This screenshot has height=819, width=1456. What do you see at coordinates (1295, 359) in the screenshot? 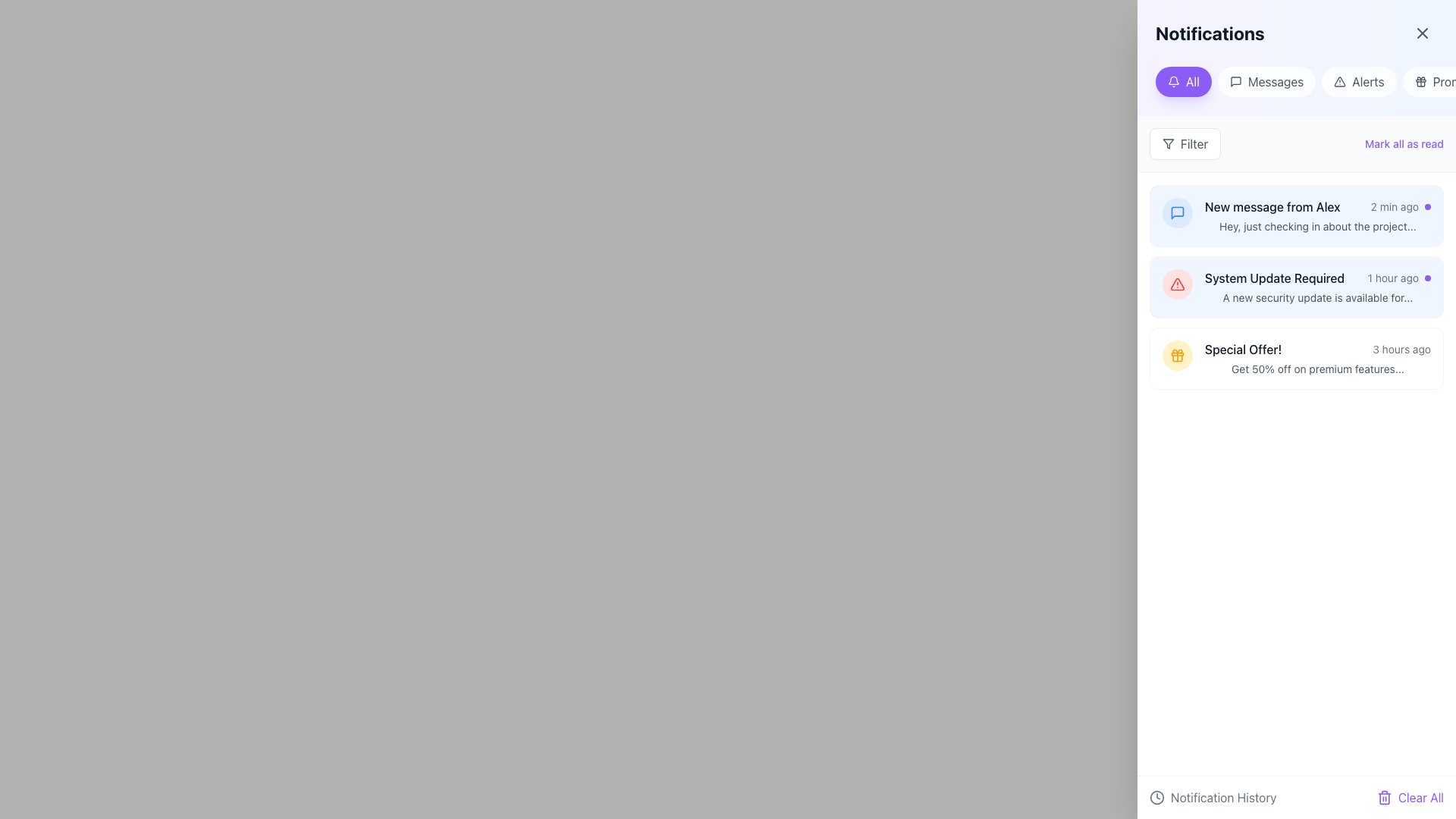
I see `the third notification item in the notifications panel that provides a summary of a special offer` at bounding box center [1295, 359].